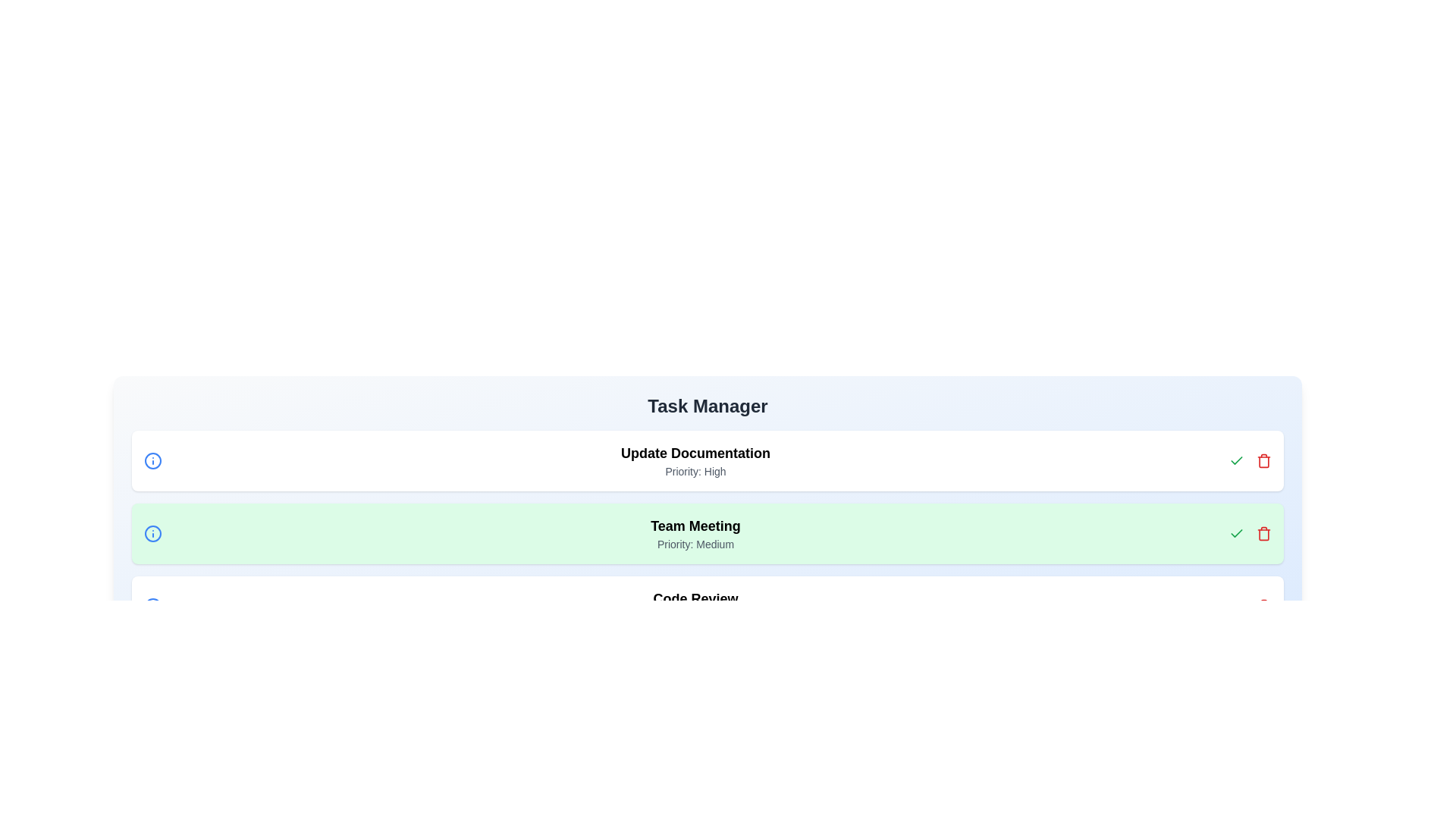 Image resolution: width=1456 pixels, height=819 pixels. I want to click on the information icon for the task 'Team Meeting', so click(152, 533).